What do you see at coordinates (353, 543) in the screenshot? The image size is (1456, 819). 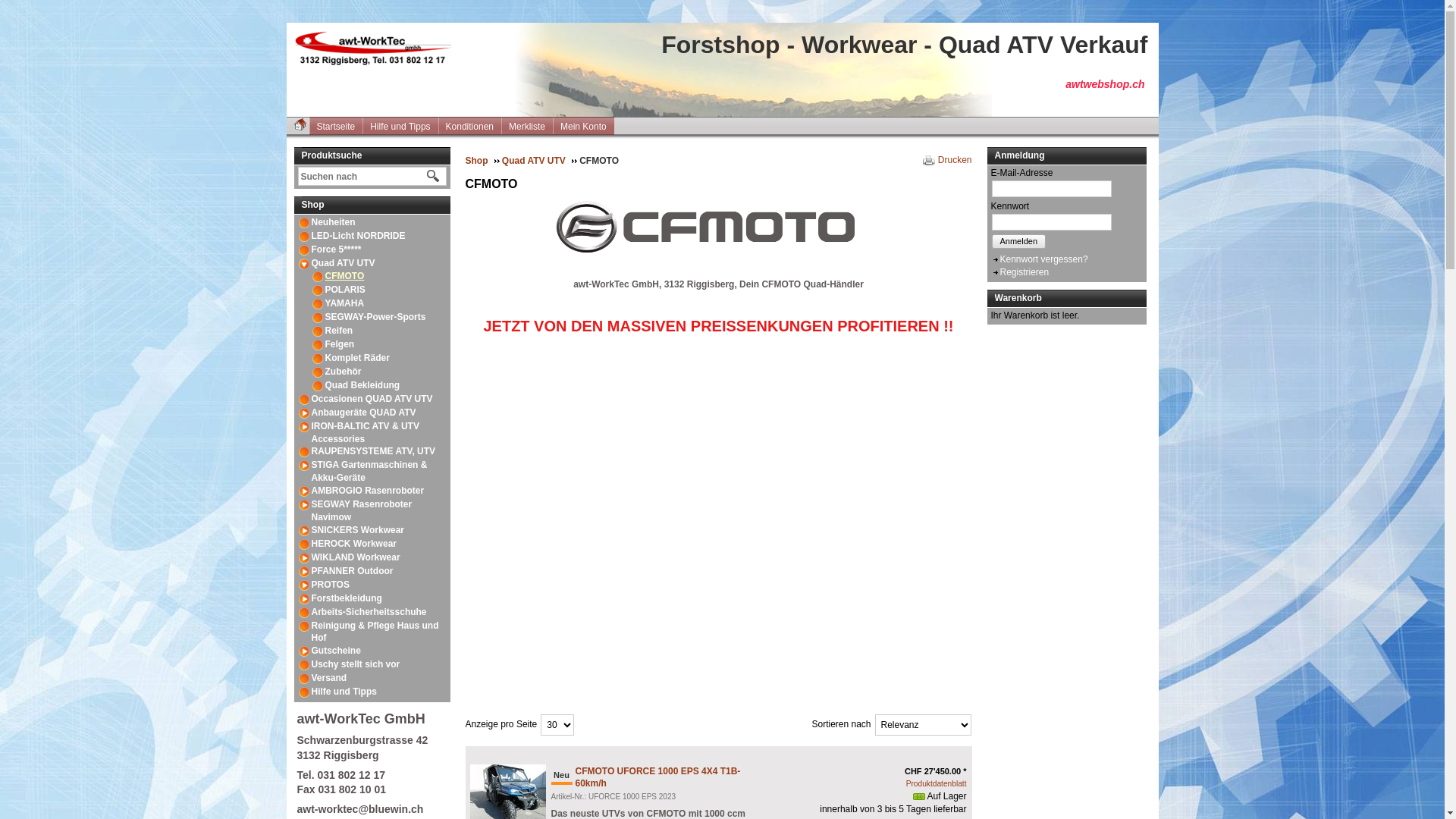 I see `'HEROCK Workwear'` at bounding box center [353, 543].